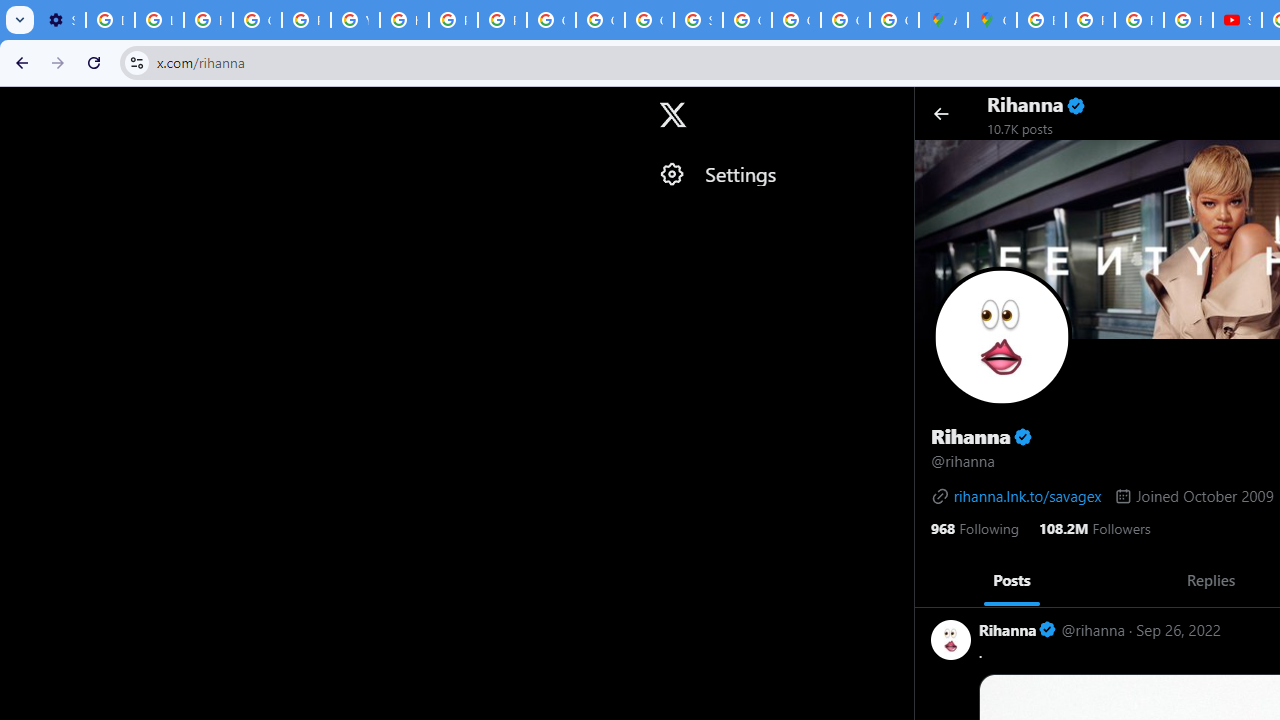  Describe the element at coordinates (1236, 20) in the screenshot. I see `'Subscriptions - YouTube'` at that location.